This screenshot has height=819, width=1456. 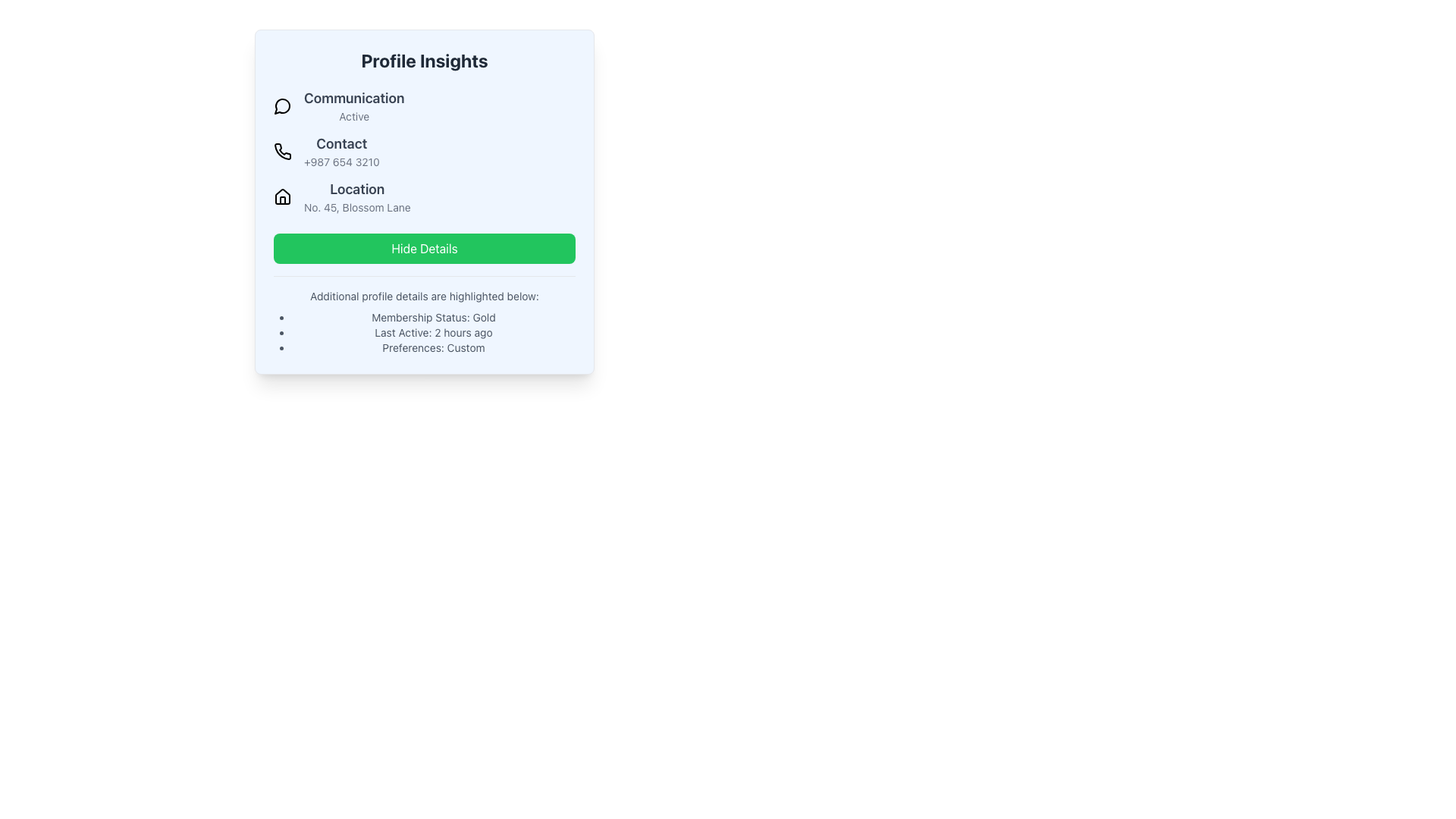 I want to click on the phone number text displayed in the 'Profile Insights' card, located directly below the 'Contact' label and adjacent to the phone icon, so click(x=340, y=162).